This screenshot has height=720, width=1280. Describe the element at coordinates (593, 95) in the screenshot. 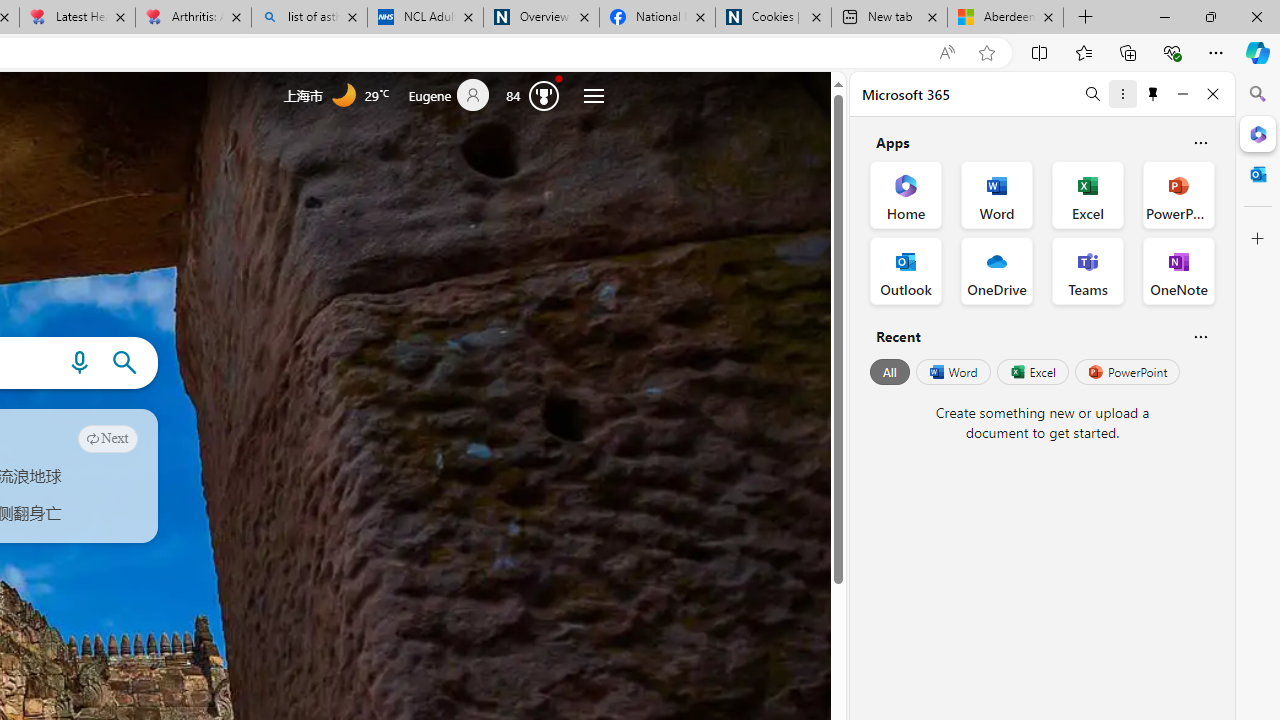

I see `'Settings and quick links'` at that location.